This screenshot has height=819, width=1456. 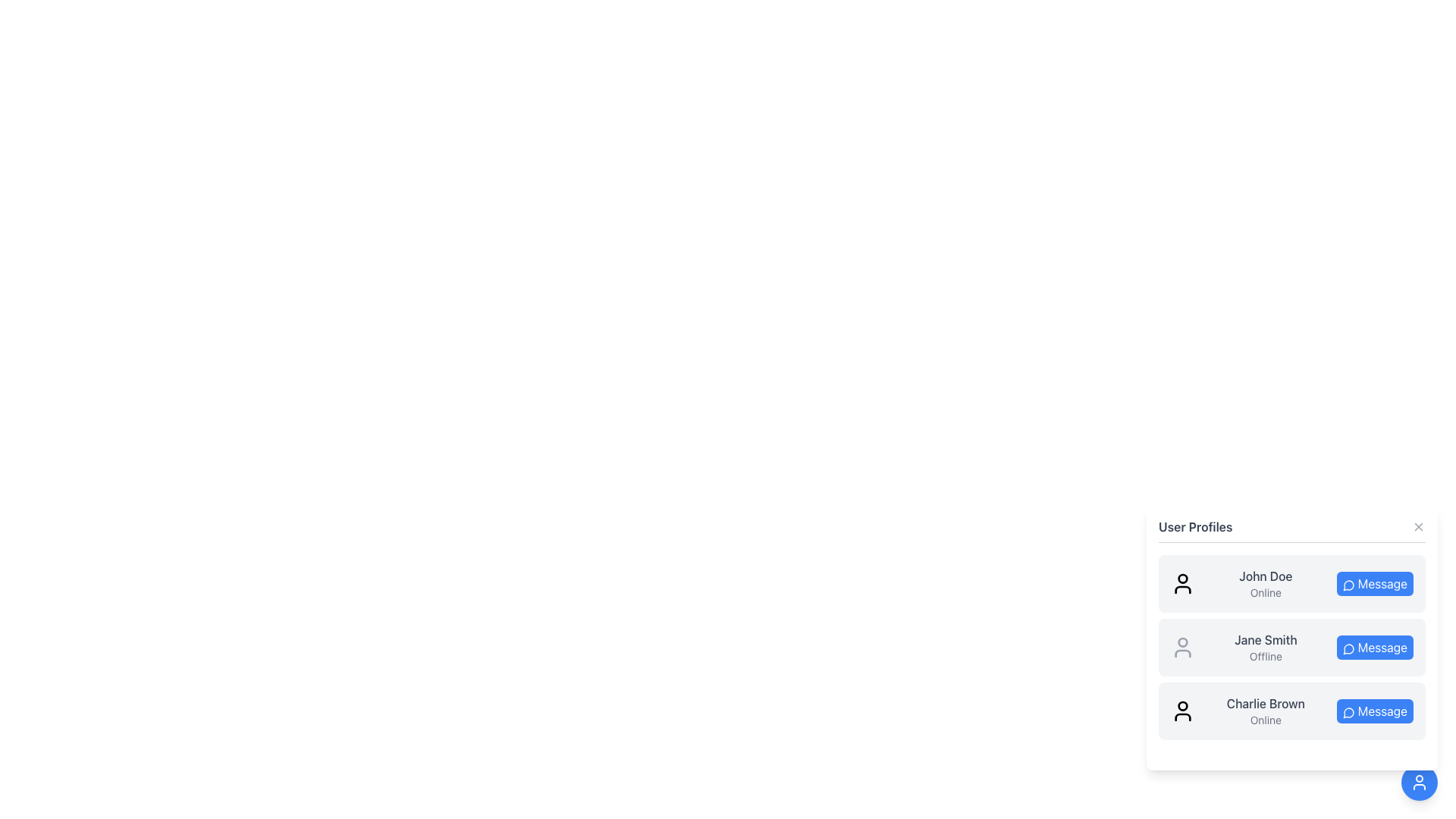 What do you see at coordinates (1291, 711) in the screenshot?
I see `the 'Message' button on the third User Profile Card in the vertically stacked list, located below 'John Doe' and 'Jane Smith'` at bounding box center [1291, 711].